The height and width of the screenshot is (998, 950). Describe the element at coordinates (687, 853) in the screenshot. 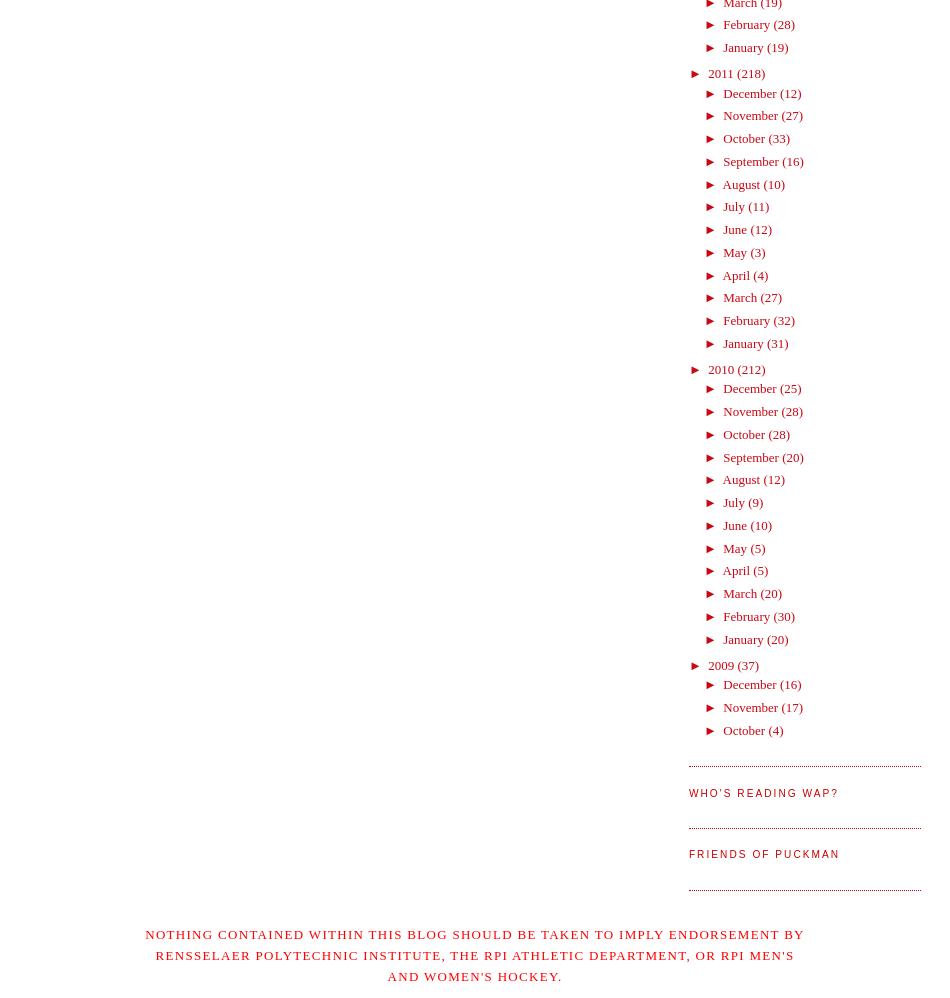

I see `'Friends of Puckman'` at that location.